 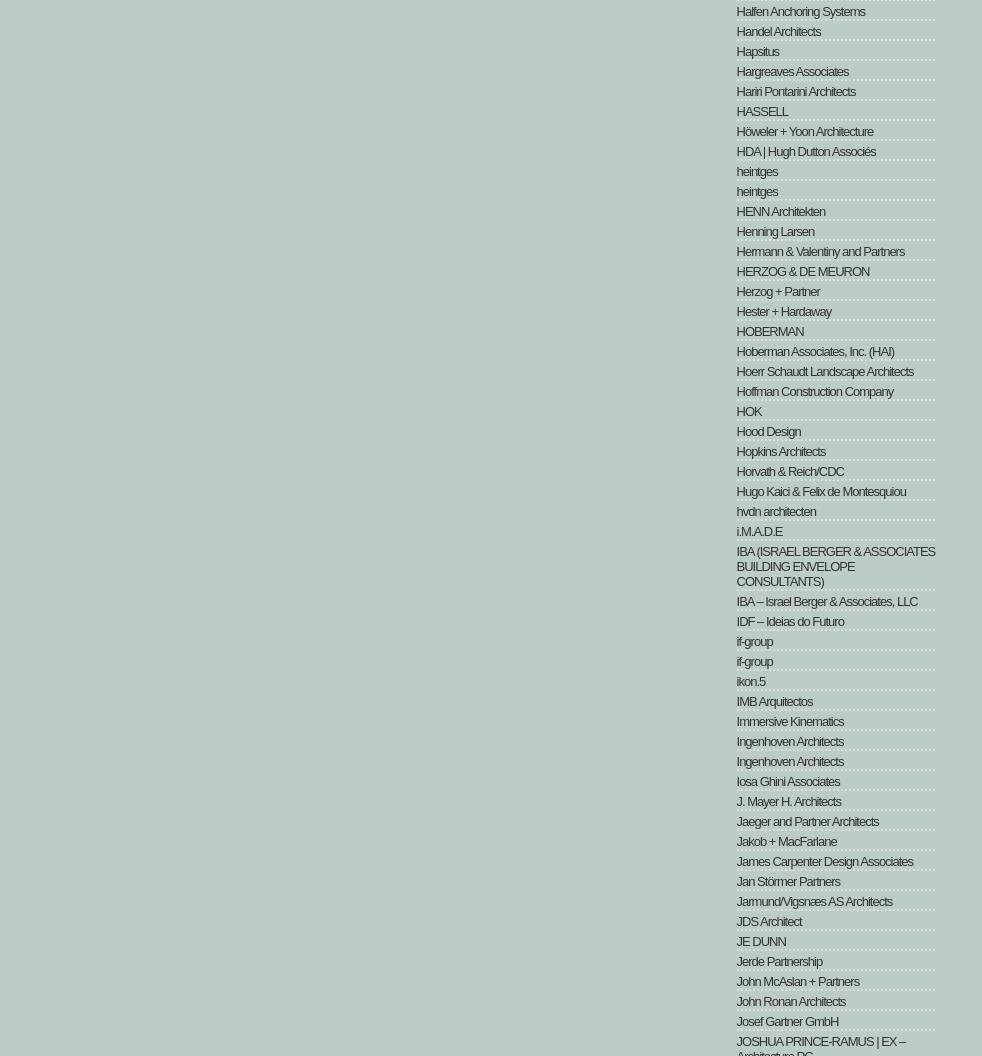 What do you see at coordinates (785, 841) in the screenshot?
I see `'Jakob + MacFarlane'` at bounding box center [785, 841].